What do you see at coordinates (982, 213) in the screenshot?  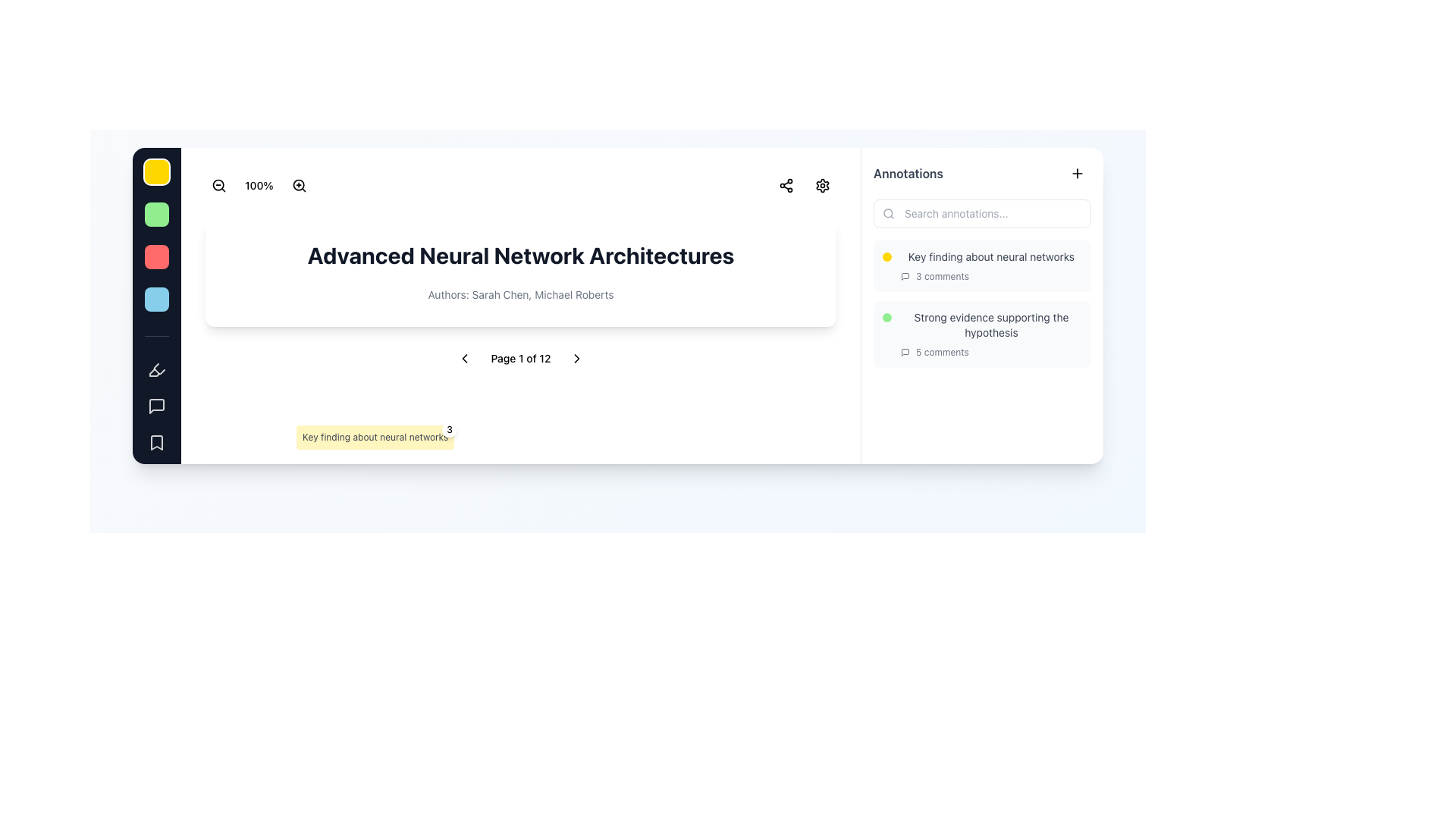 I see `the search input field with placeholder text 'Search annotations...' located below the 'Annotations' heading` at bounding box center [982, 213].